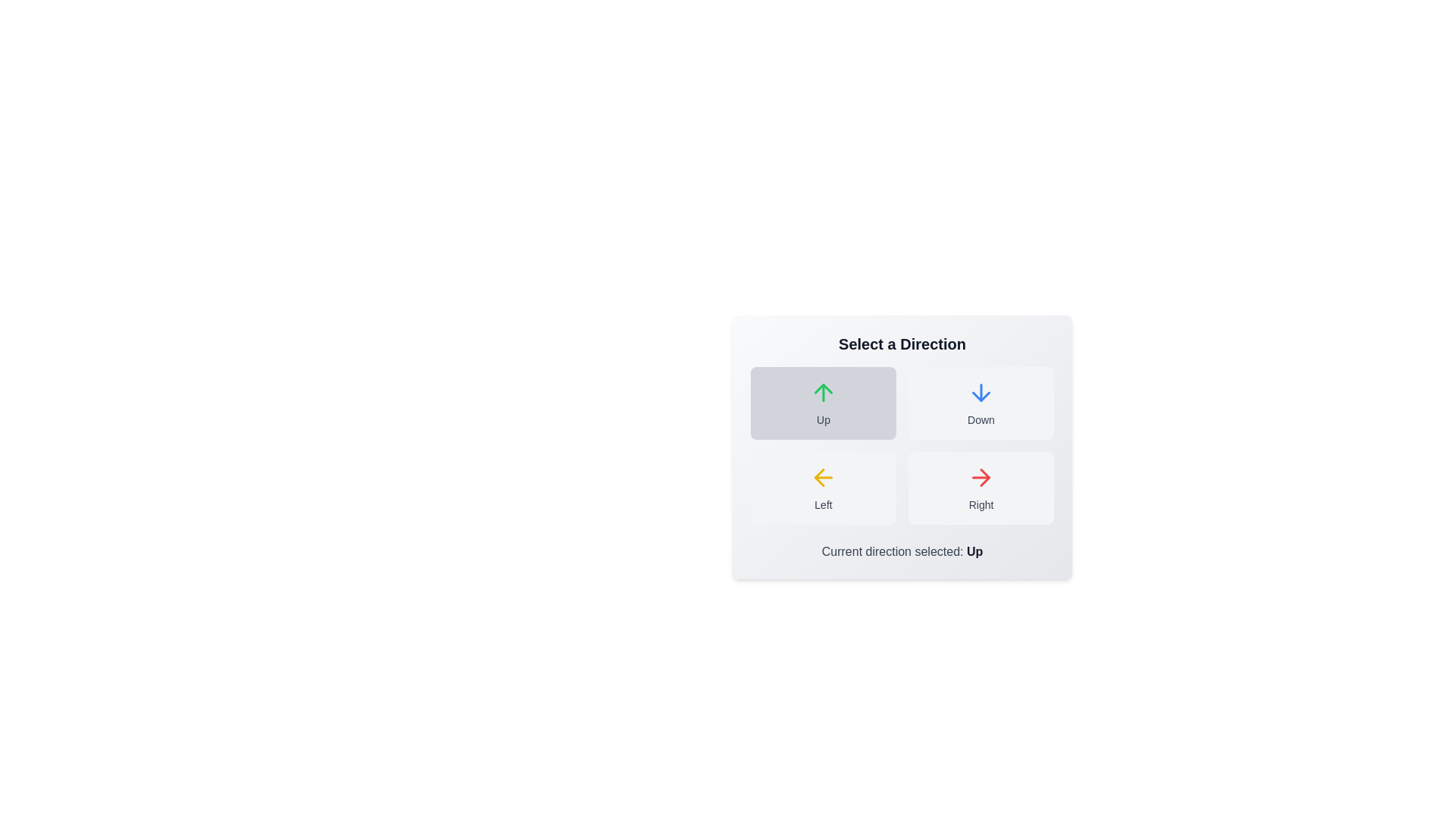  What do you see at coordinates (981, 488) in the screenshot?
I see `the button labeled Right to observe its hover effect` at bounding box center [981, 488].